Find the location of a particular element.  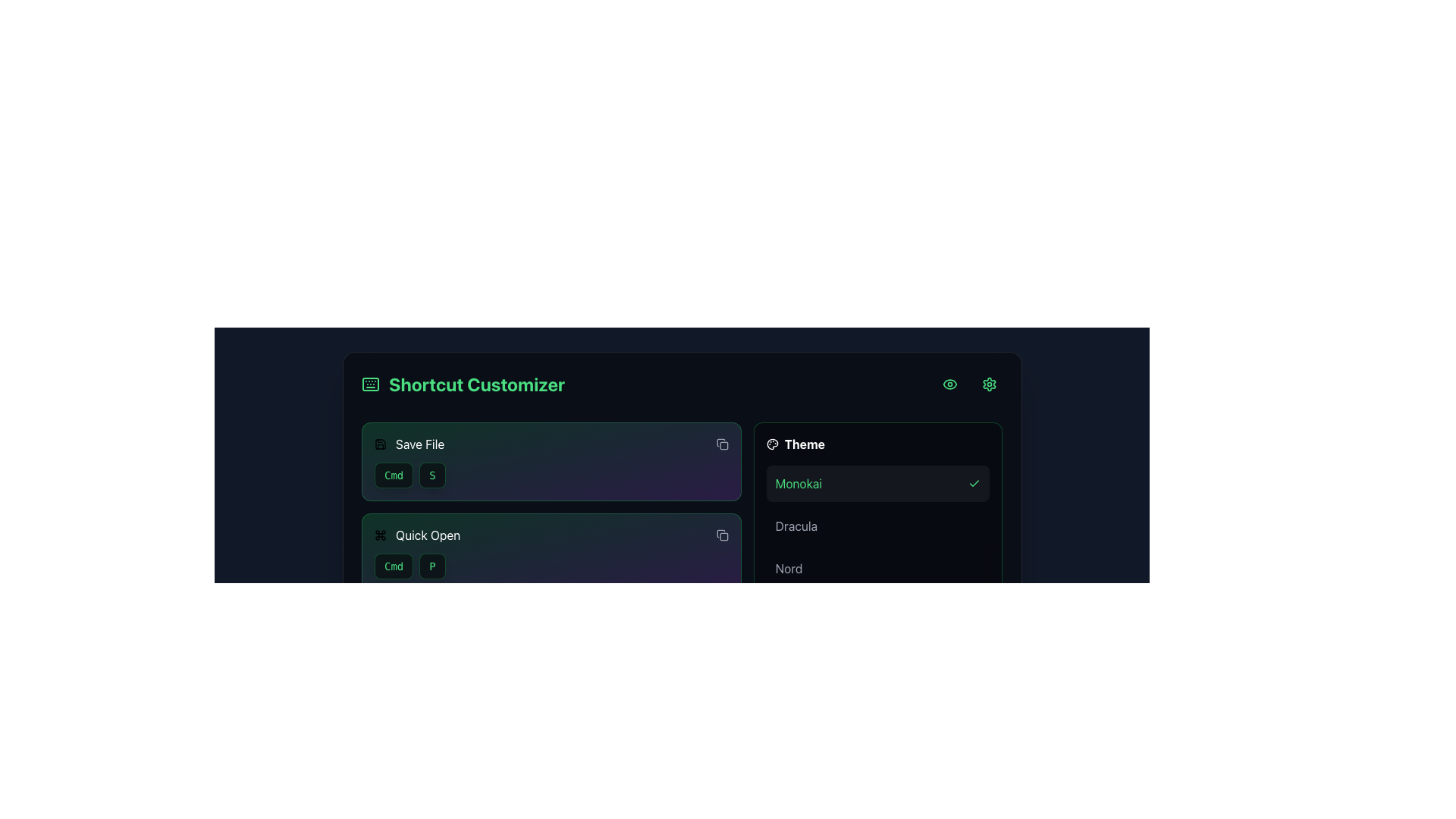

the green oval shape that is part of the eye icon located in the upper-right corner of the section panel is located at coordinates (949, 383).